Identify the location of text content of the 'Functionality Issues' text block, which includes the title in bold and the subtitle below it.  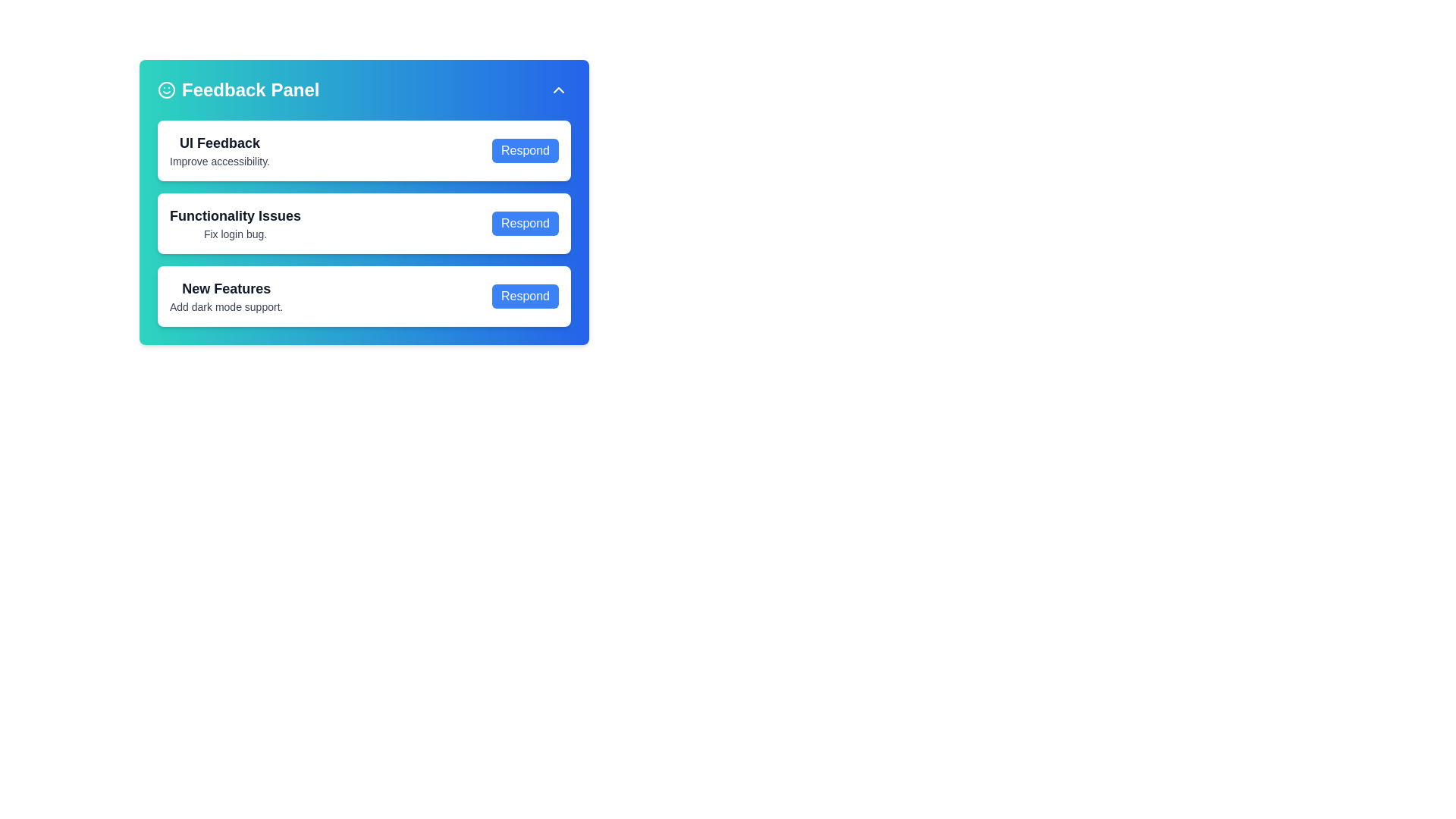
(234, 223).